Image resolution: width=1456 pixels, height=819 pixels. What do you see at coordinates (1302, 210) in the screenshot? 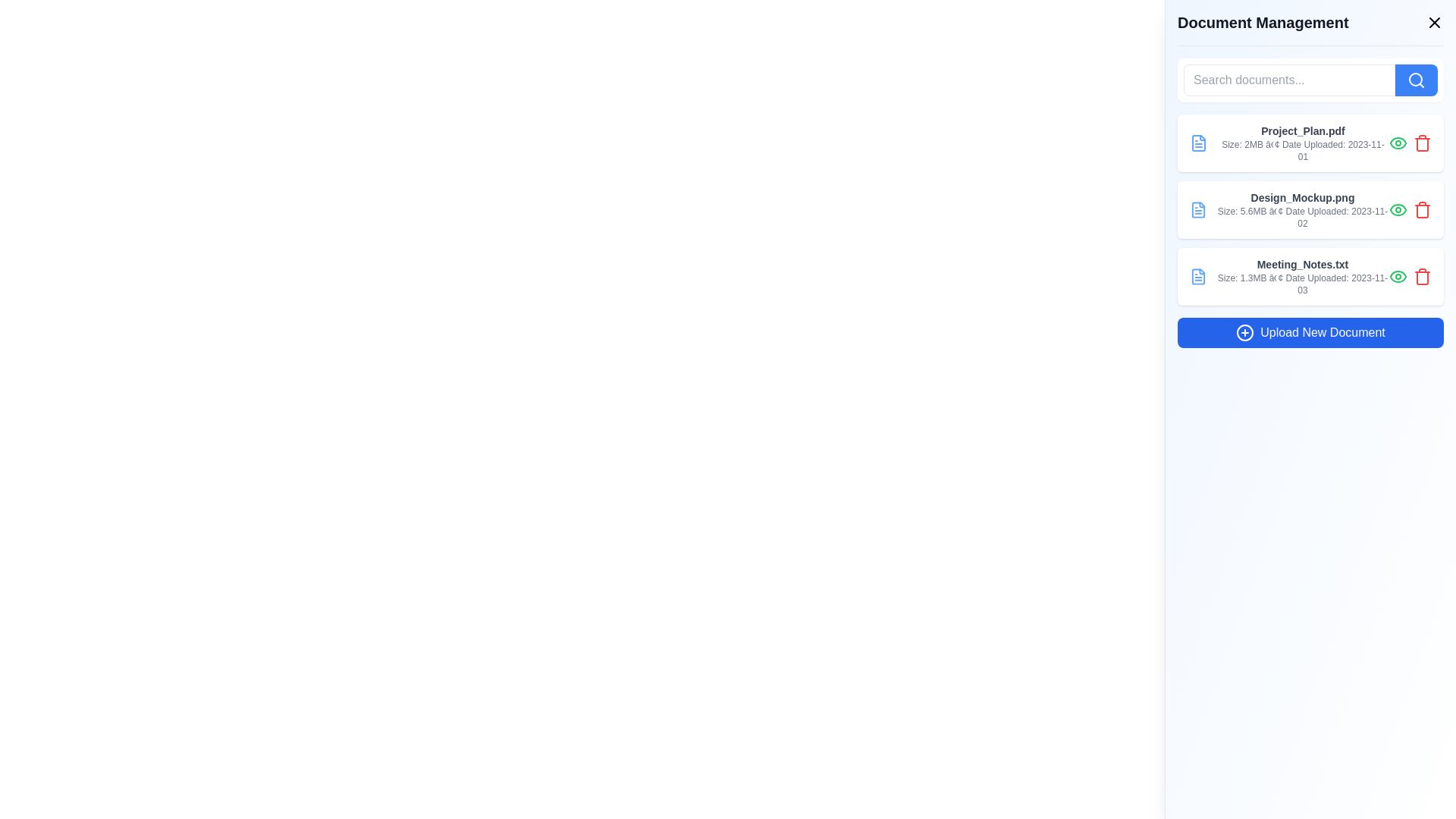
I see `the Text label displaying 'Design_Mockup.png' with file details in the Document Management panel` at bounding box center [1302, 210].